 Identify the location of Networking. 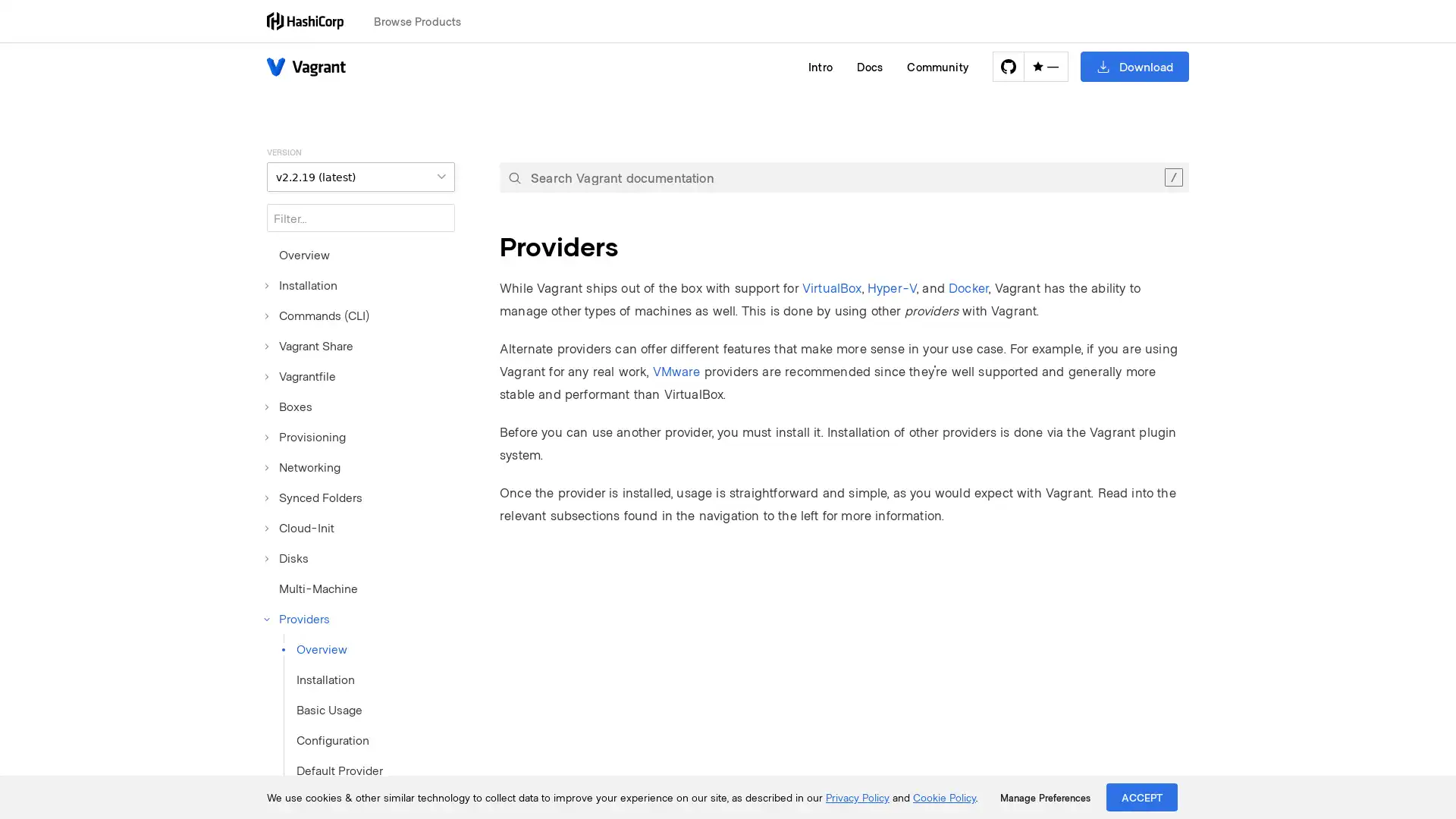
(303, 466).